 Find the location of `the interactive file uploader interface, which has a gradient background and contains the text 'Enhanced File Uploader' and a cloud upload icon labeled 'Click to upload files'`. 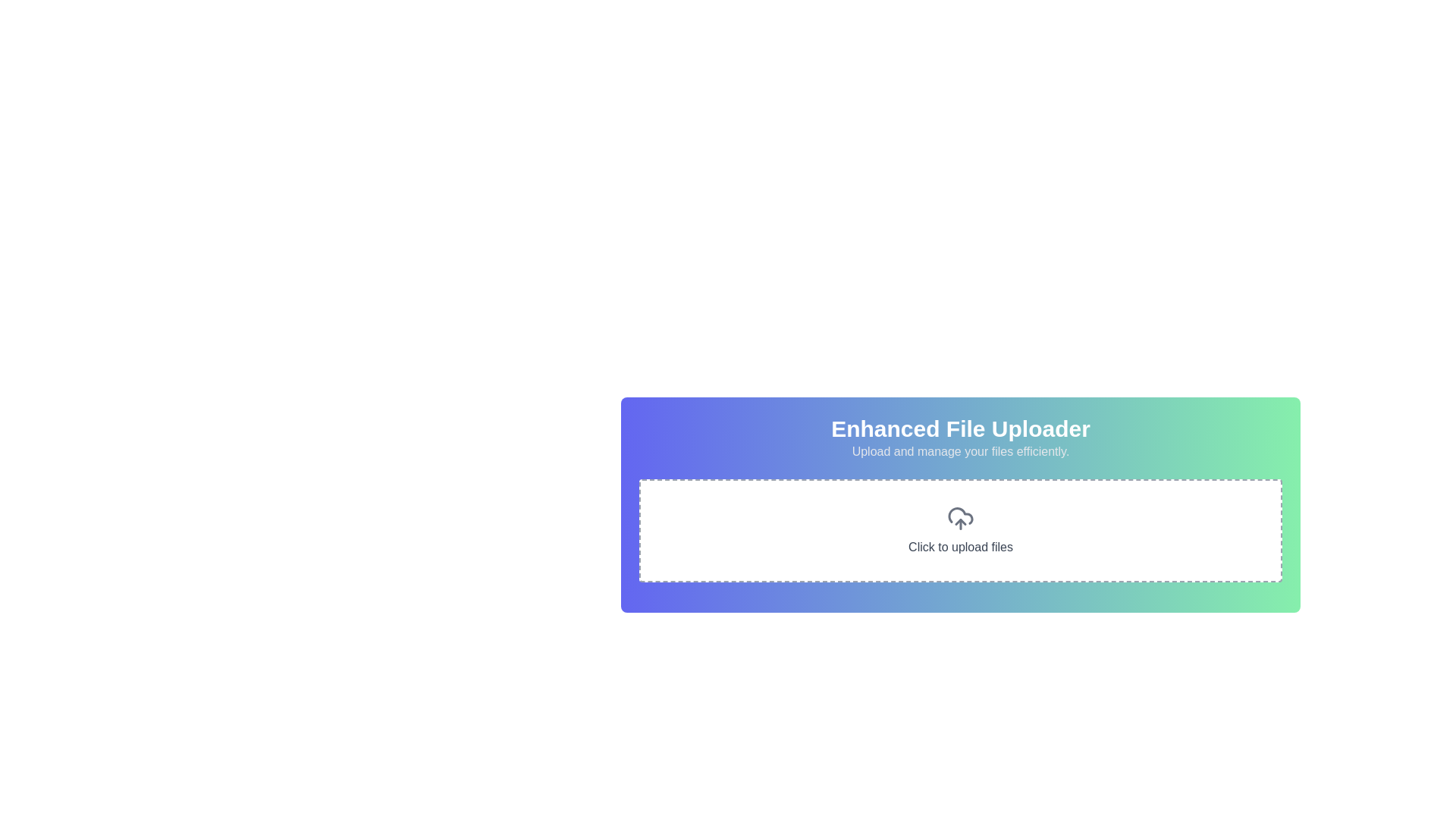

the interactive file uploader interface, which has a gradient background and contains the text 'Enhanced File Uploader' and a cloud upload icon labeled 'Click to upload files' is located at coordinates (960, 505).